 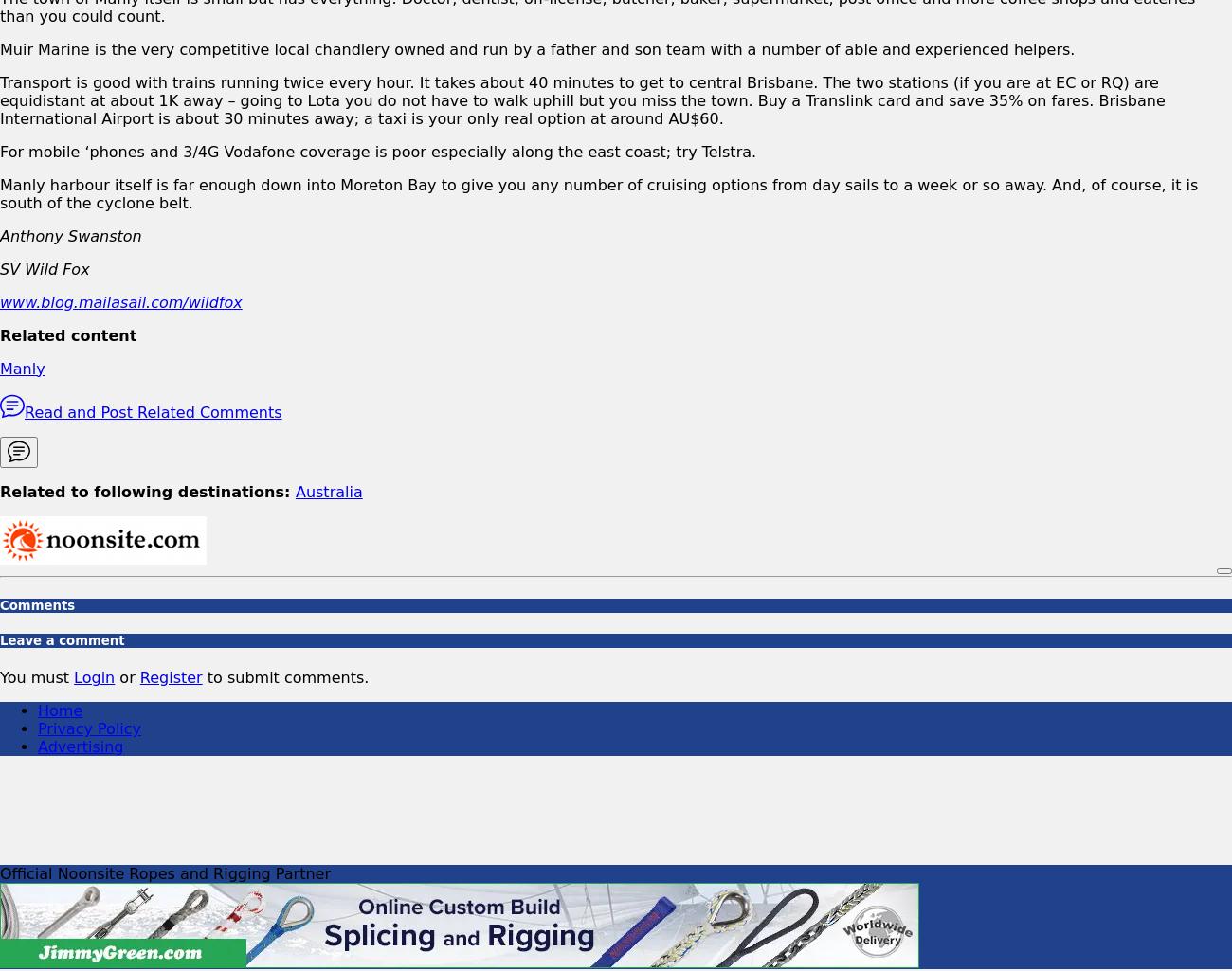 I want to click on 'Related content', so click(x=0, y=333).